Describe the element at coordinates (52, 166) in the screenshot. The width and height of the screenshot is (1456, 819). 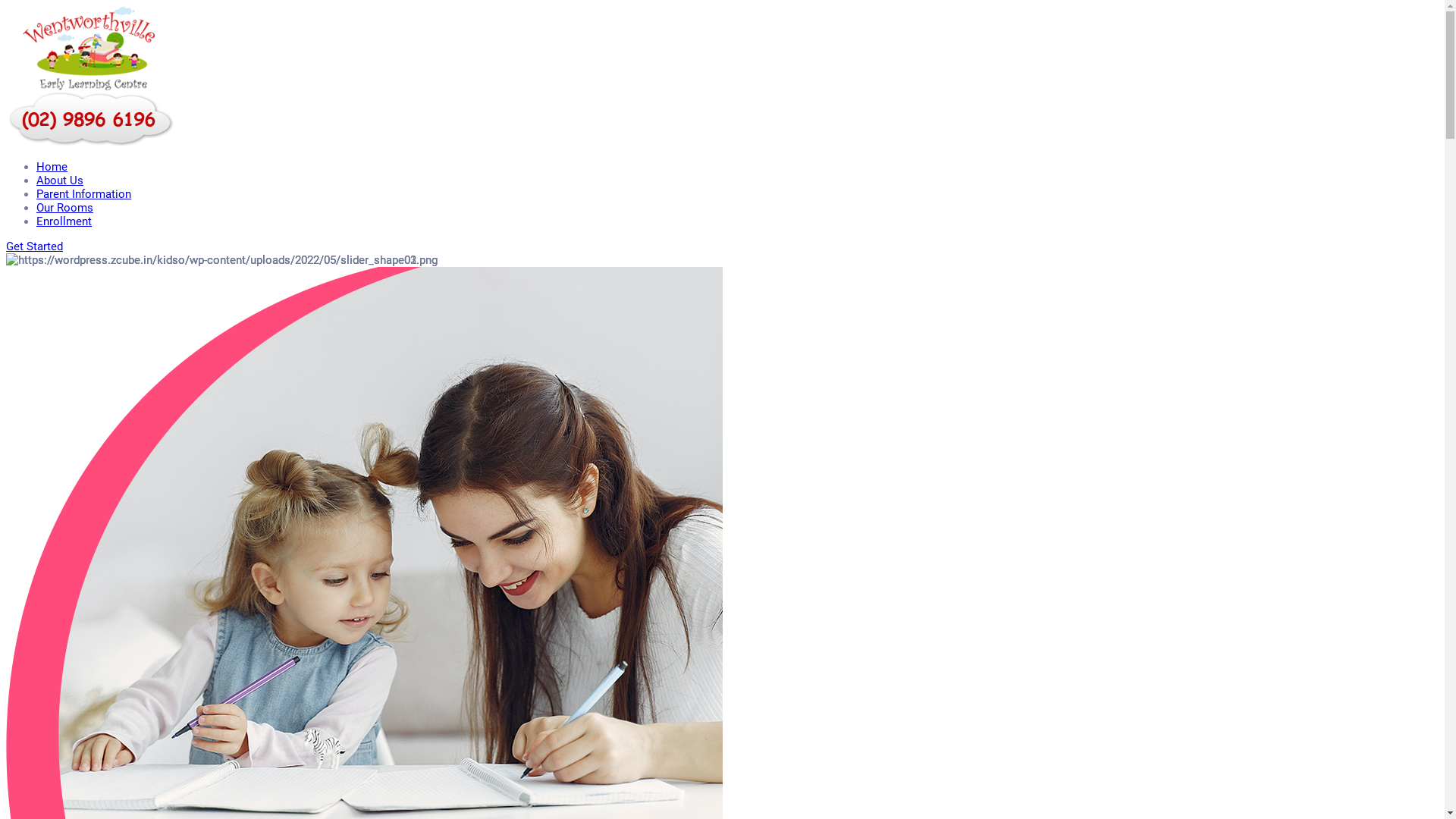
I see `'Home'` at that location.